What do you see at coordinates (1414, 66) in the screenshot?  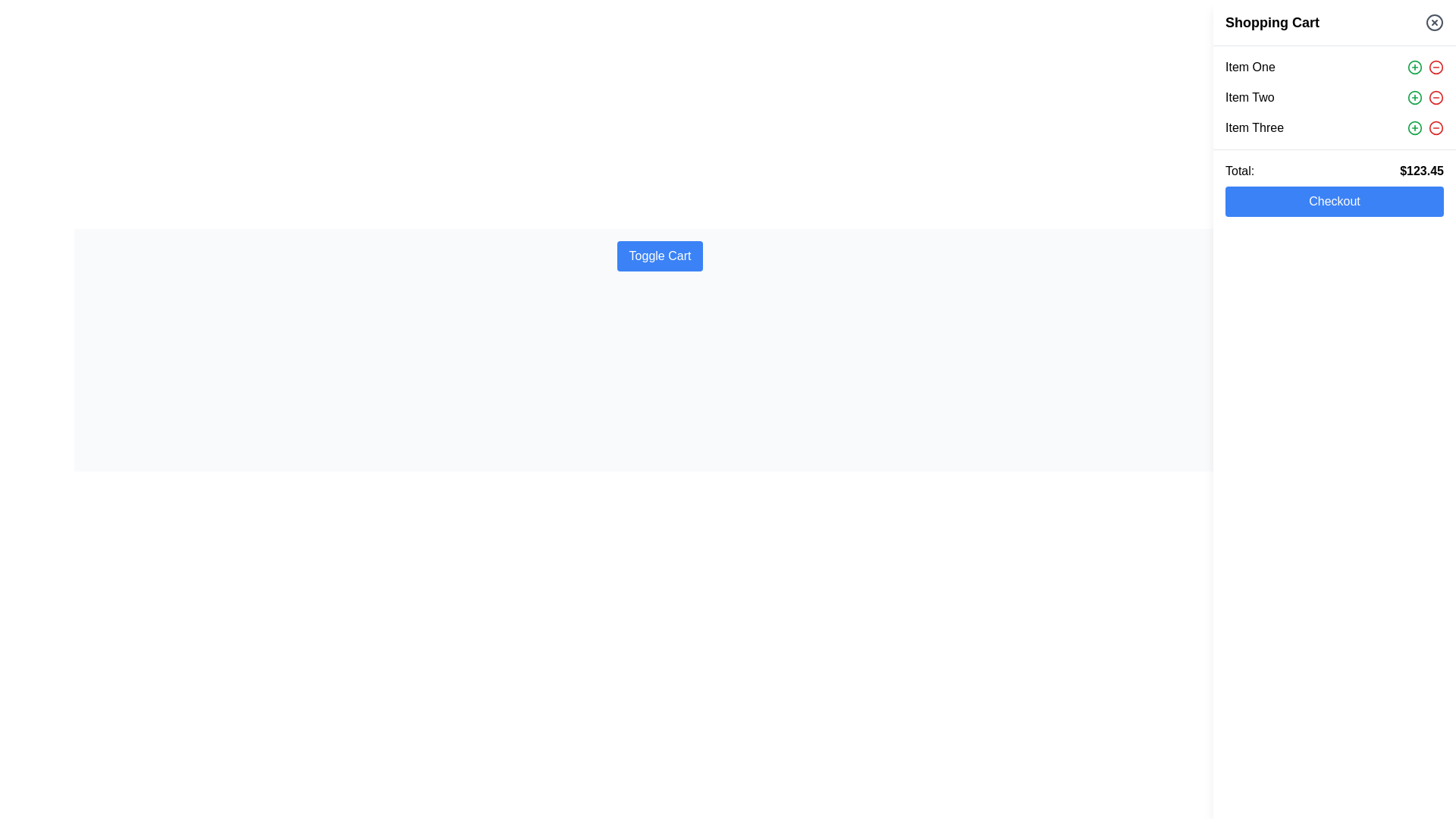 I see `the green circular icon with a plus sign (+) to increase the item quantity in the shopping cart interface` at bounding box center [1414, 66].